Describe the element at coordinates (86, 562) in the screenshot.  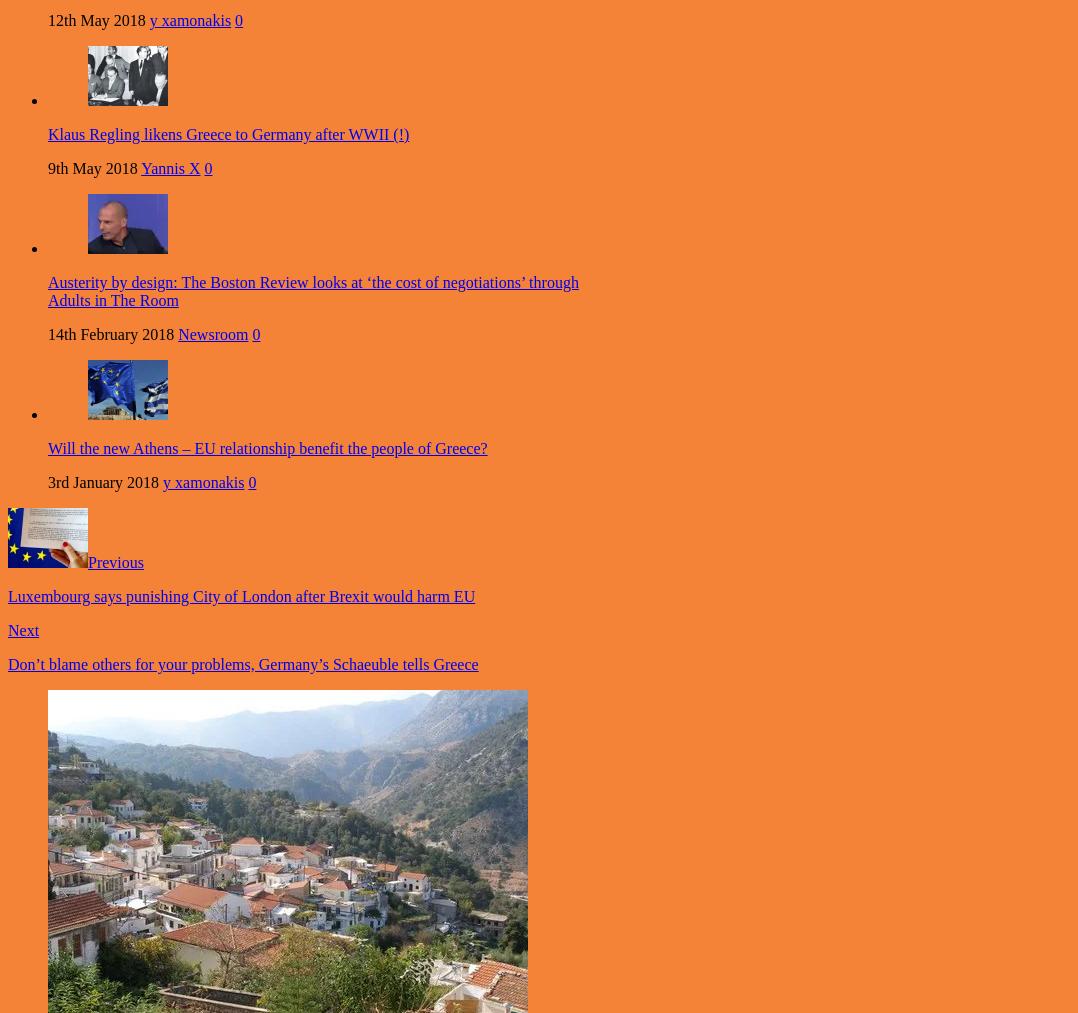
I see `'Previous'` at that location.